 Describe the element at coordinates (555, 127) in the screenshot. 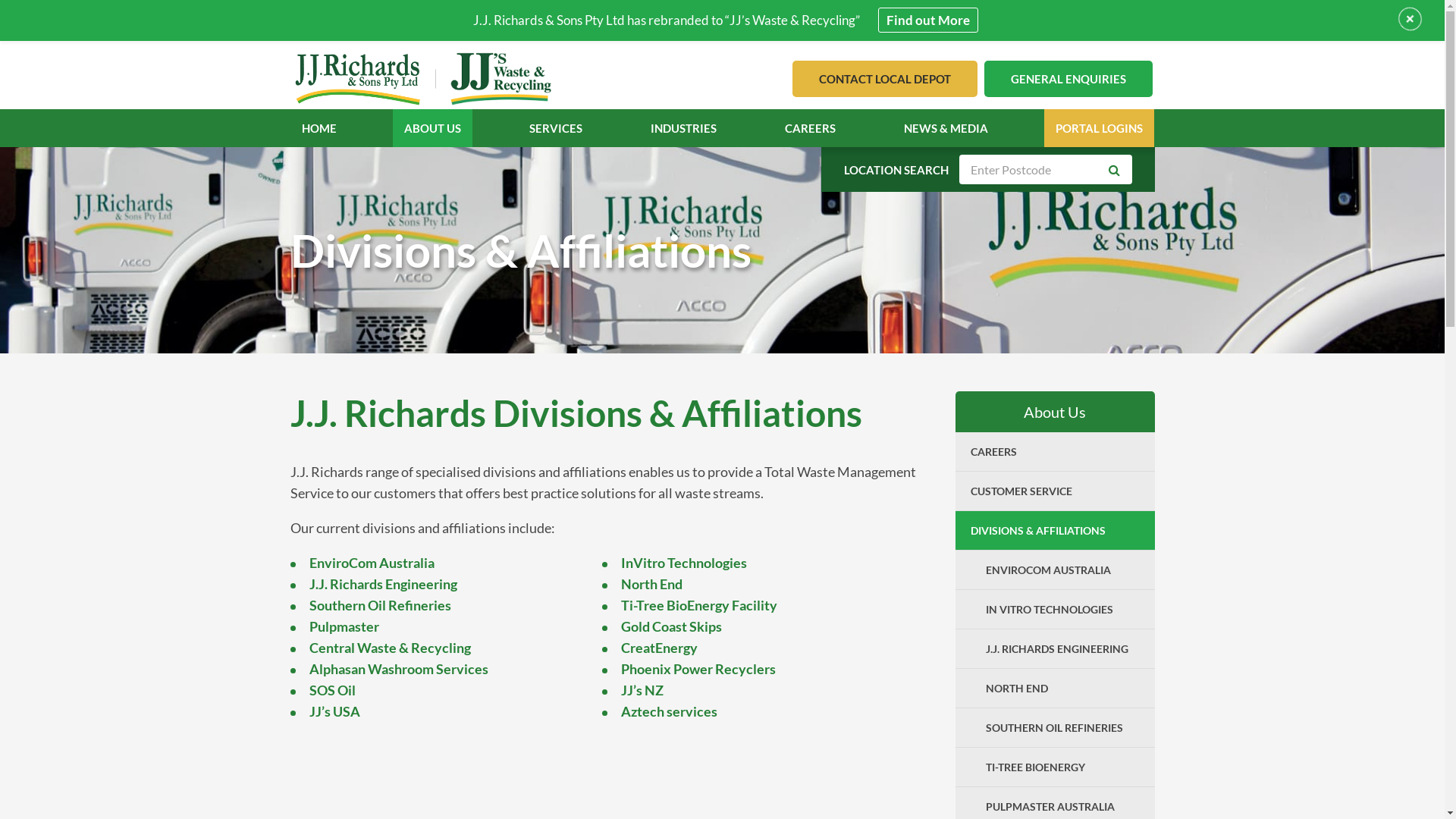

I see `'SERVICES'` at that location.